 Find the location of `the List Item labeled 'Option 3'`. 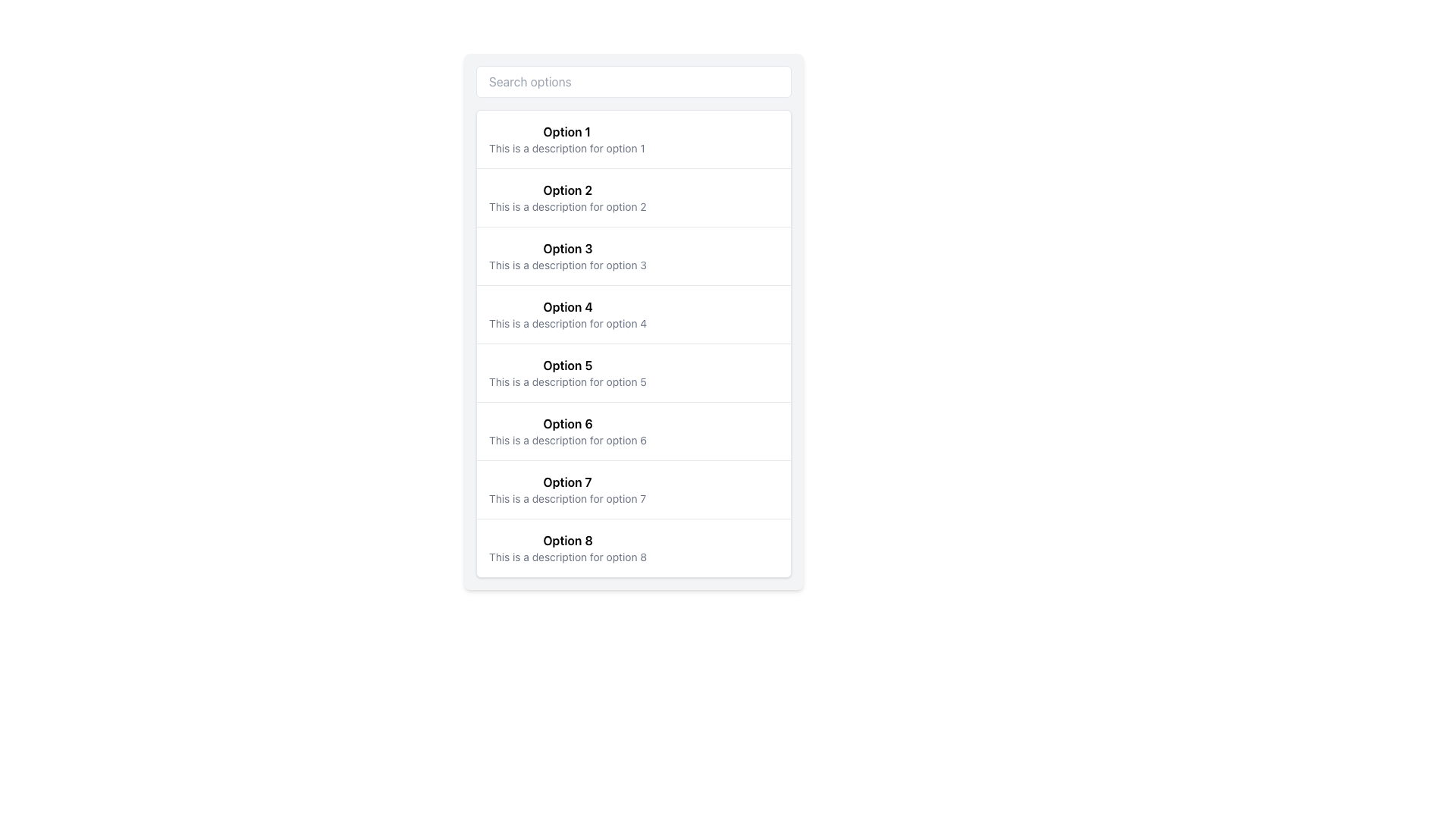

the List Item labeled 'Option 3' is located at coordinates (566, 256).